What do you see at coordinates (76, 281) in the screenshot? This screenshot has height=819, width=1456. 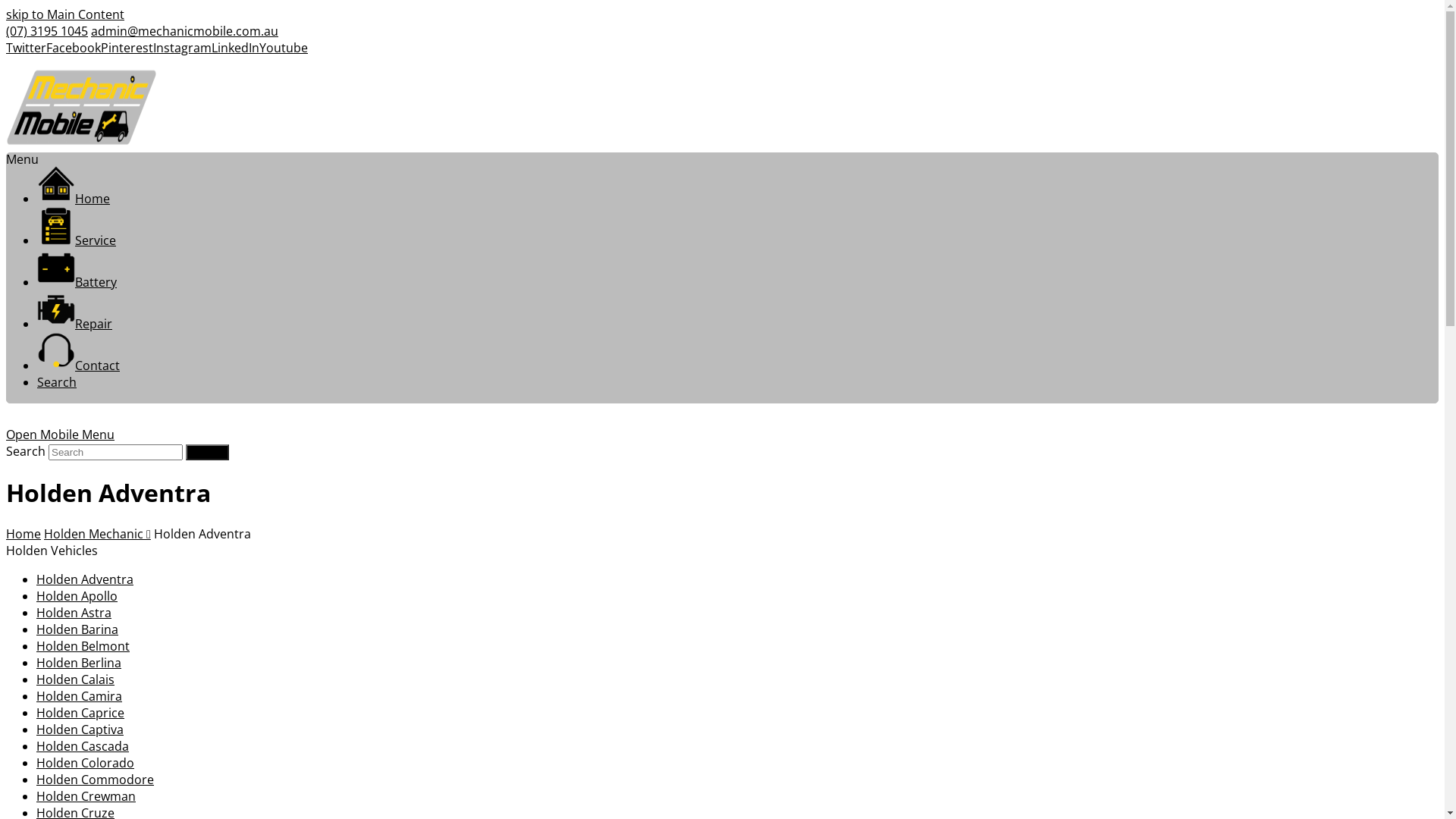 I see `'Battery'` at bounding box center [76, 281].